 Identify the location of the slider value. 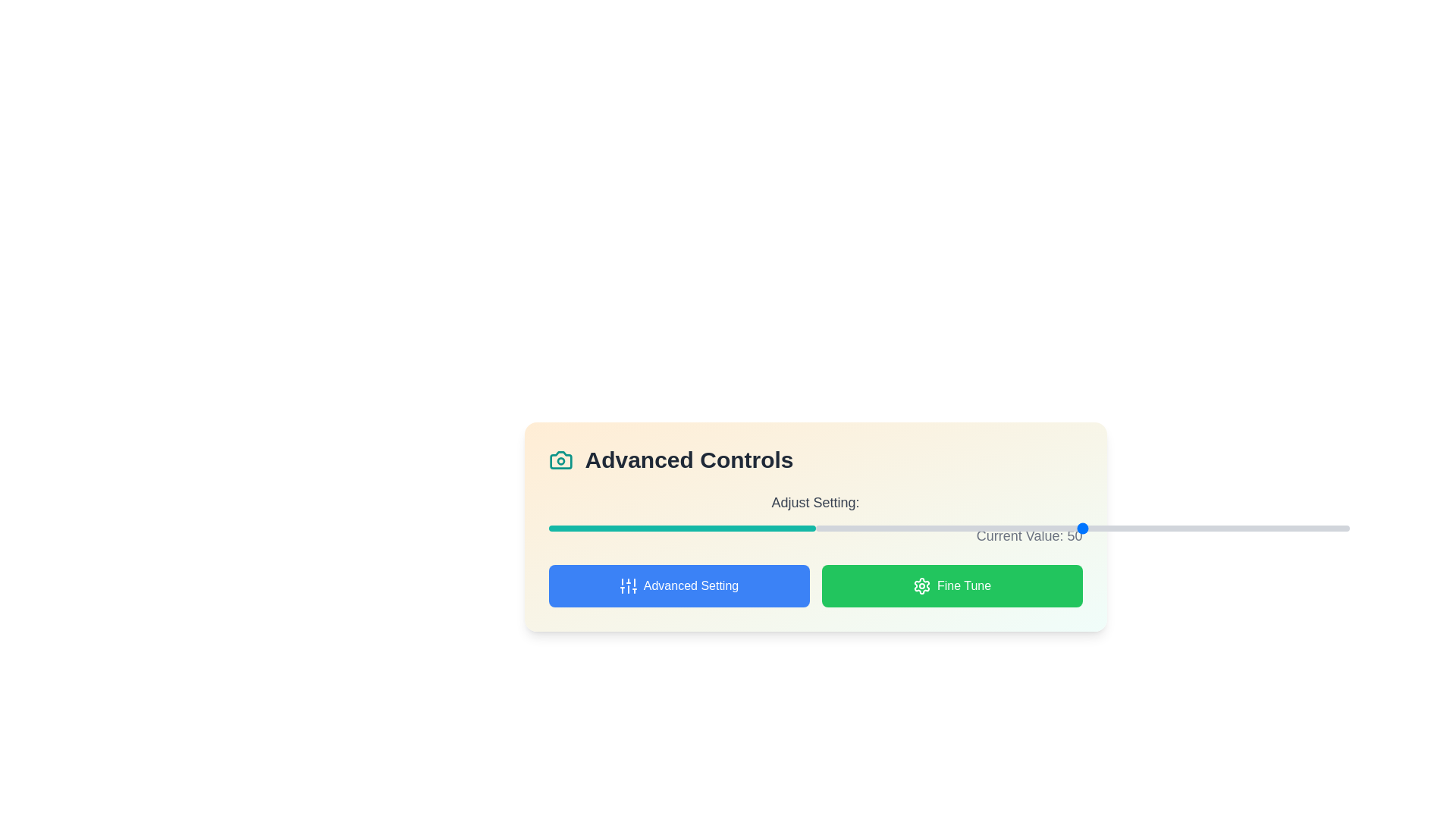
(948, 528).